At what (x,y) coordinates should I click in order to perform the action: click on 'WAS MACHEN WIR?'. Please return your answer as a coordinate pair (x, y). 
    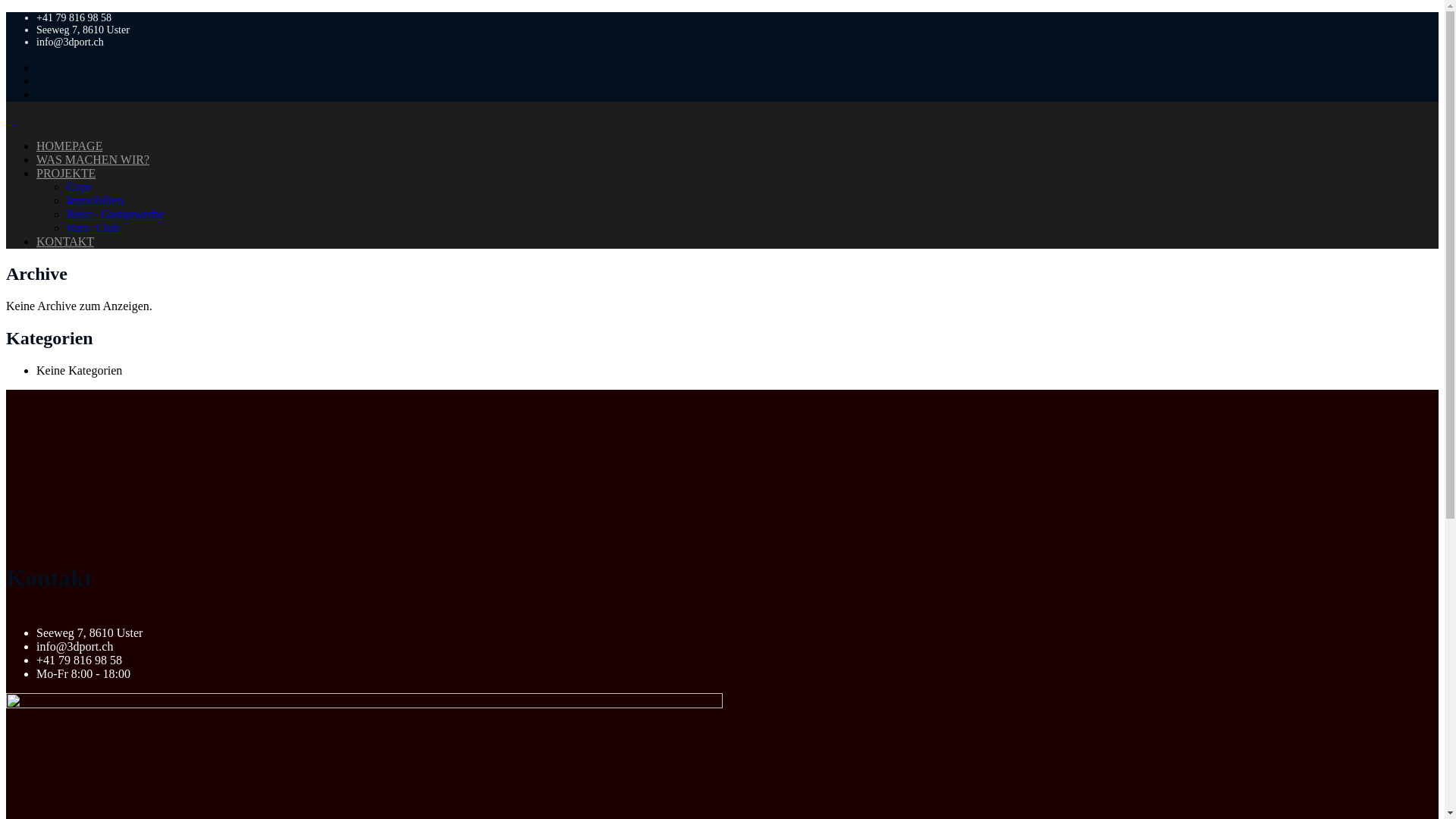
    Looking at the image, I should click on (36, 159).